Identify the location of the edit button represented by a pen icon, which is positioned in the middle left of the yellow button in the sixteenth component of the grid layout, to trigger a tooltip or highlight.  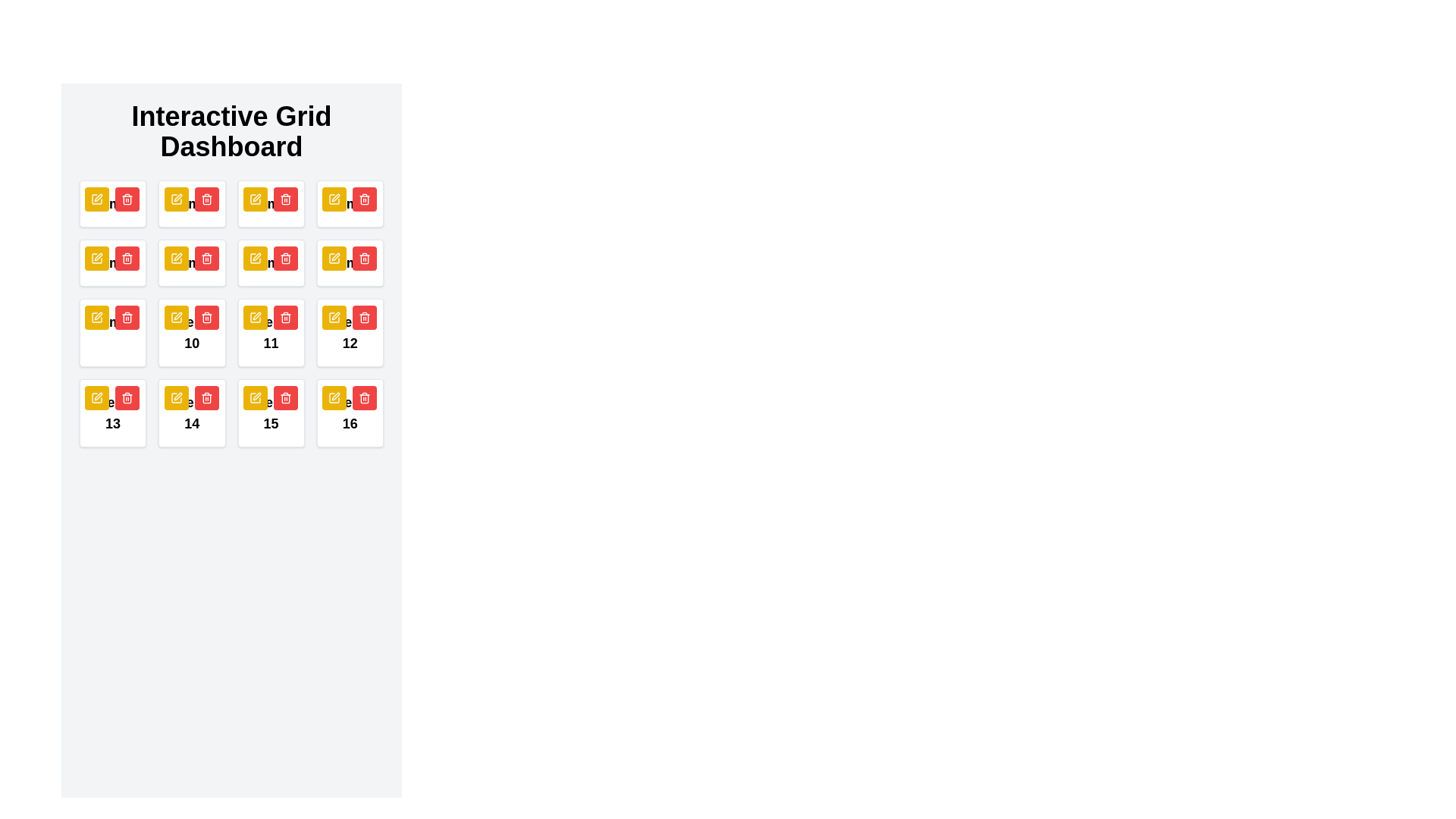
(334, 397).